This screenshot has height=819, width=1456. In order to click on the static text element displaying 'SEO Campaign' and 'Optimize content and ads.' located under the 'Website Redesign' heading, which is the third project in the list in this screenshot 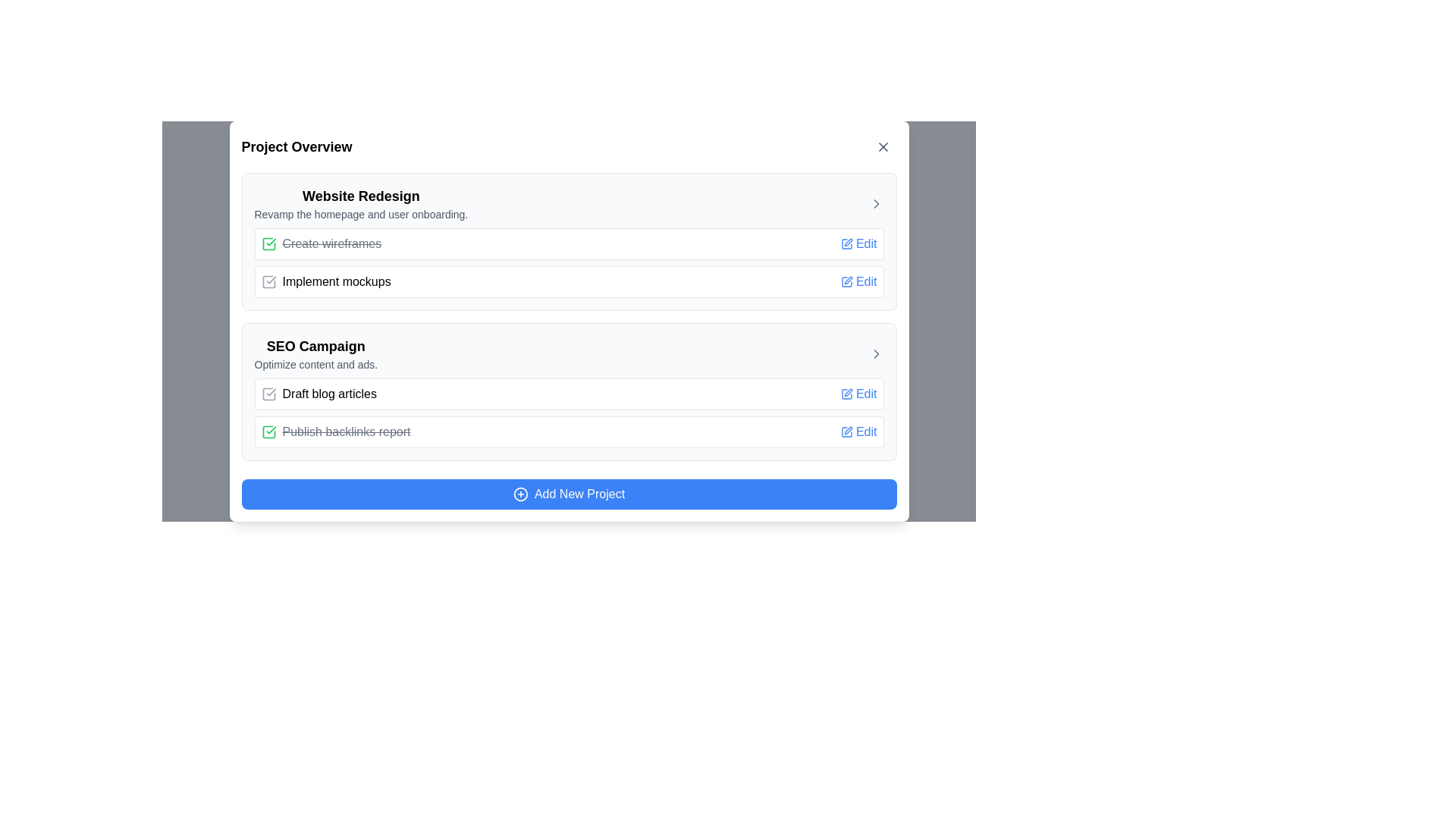, I will do `click(315, 353)`.